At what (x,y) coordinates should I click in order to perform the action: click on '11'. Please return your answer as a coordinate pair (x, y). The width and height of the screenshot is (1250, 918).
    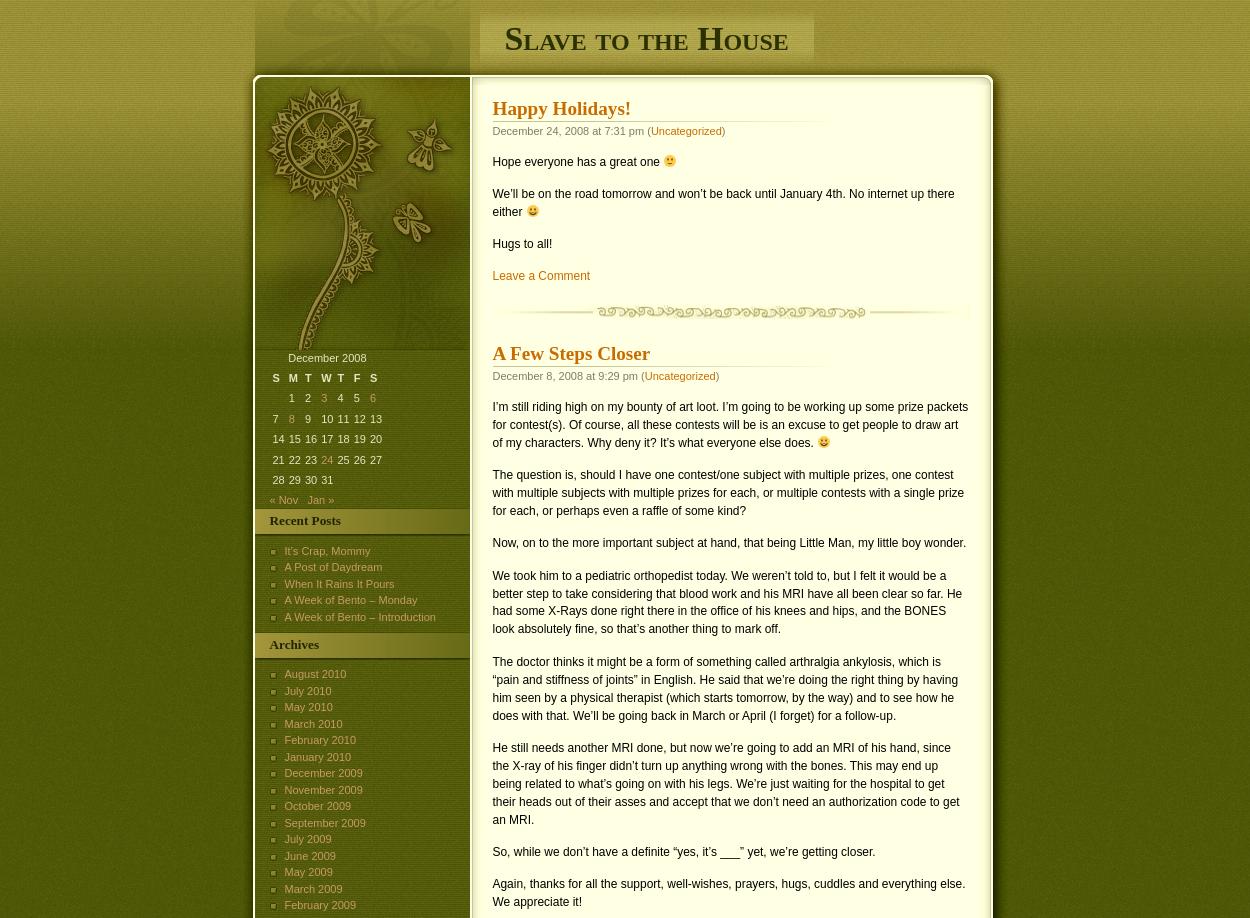
    Looking at the image, I should click on (342, 416).